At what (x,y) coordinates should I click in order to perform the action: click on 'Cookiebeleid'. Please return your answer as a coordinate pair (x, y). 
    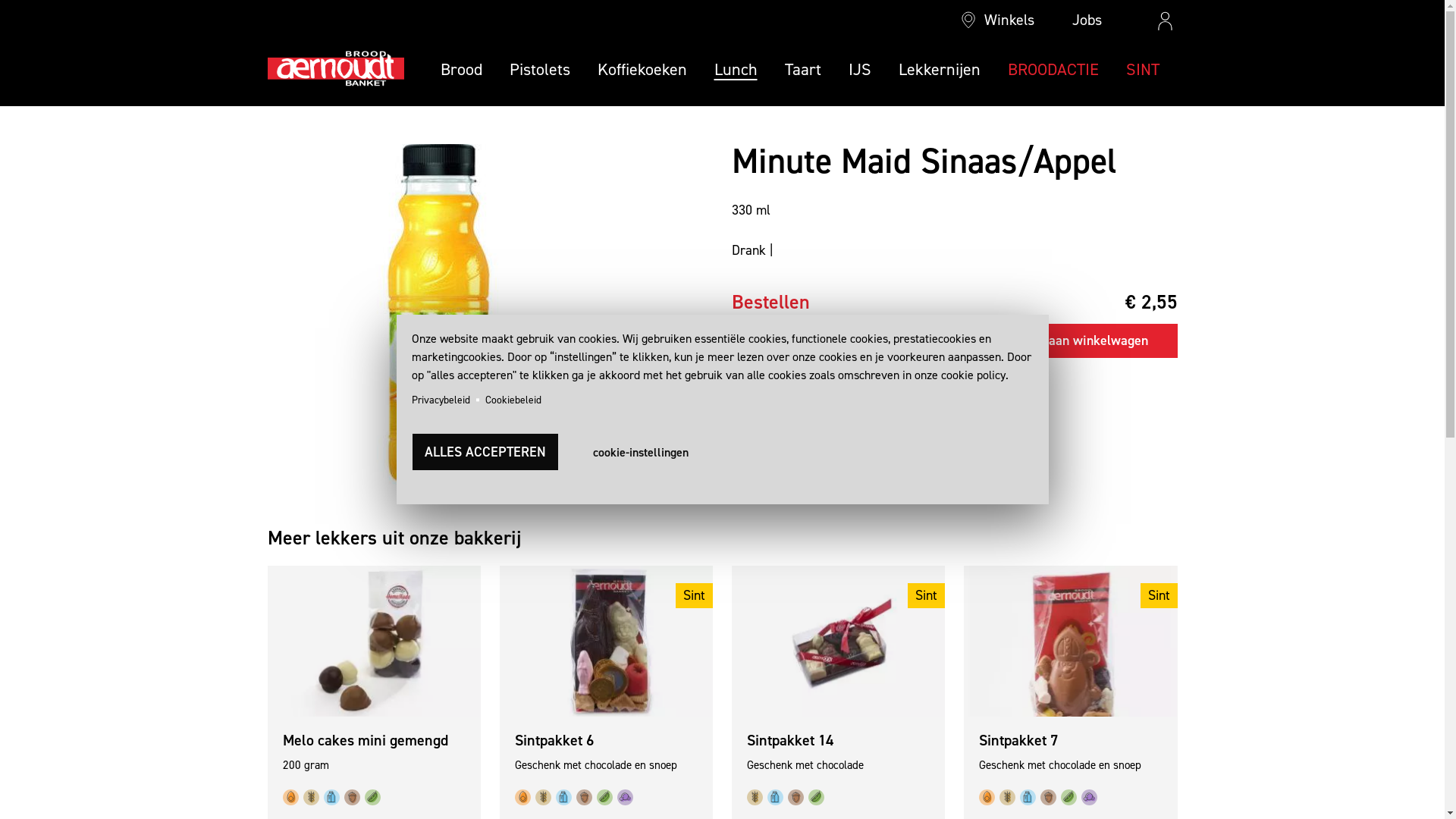
    Looking at the image, I should click on (513, 399).